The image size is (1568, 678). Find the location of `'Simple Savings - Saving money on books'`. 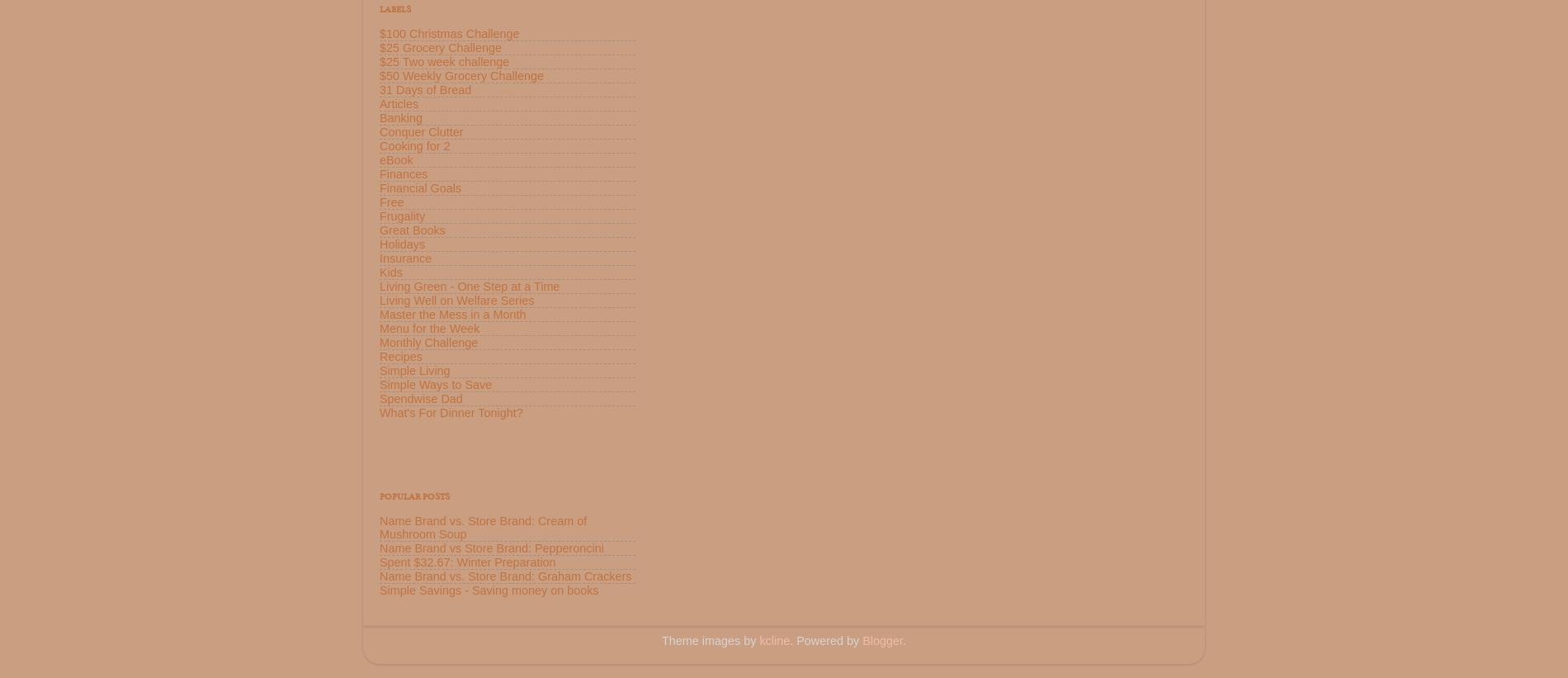

'Simple Savings - Saving money on books' is located at coordinates (489, 590).